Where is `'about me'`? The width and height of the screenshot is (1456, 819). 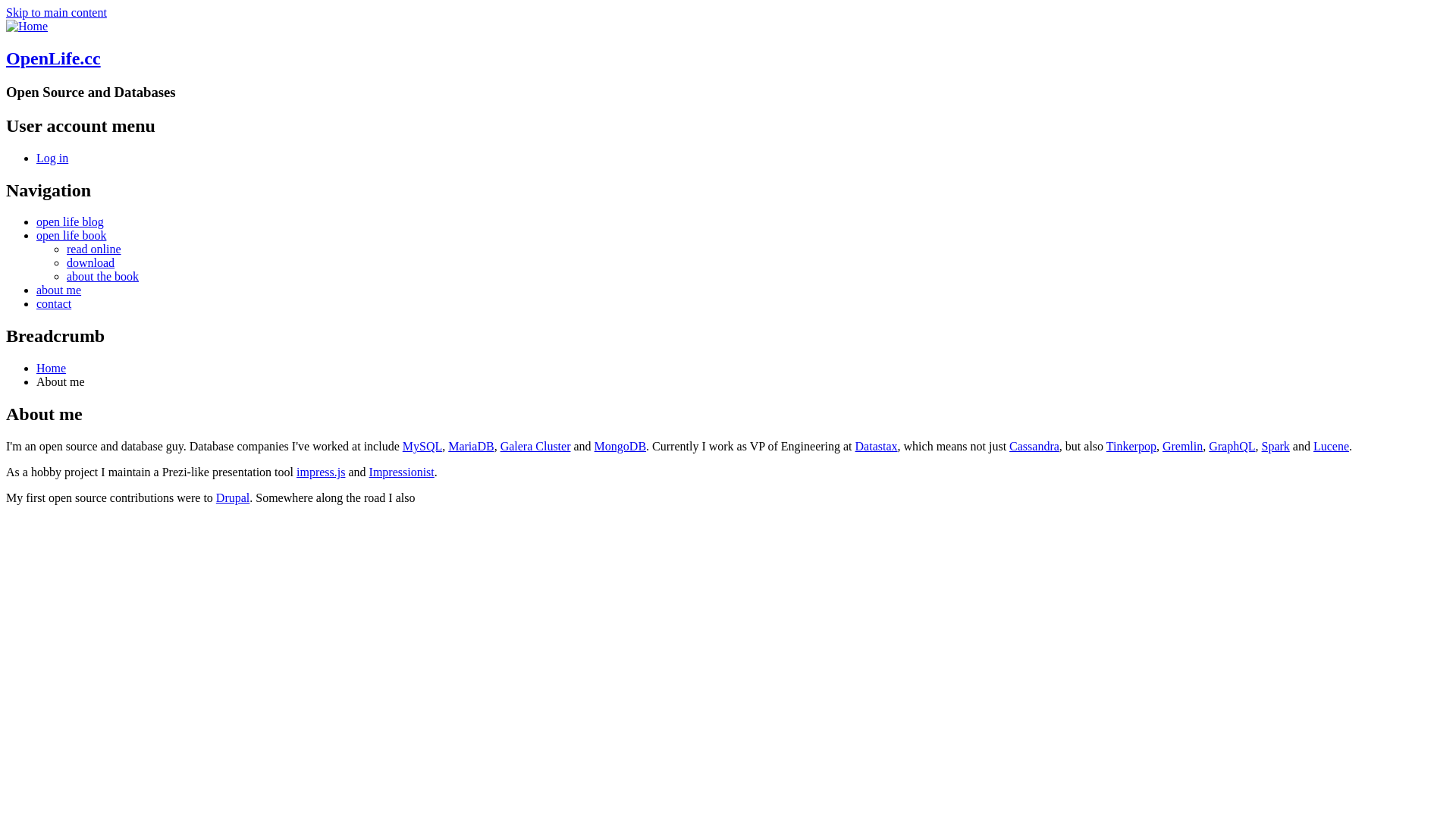 'about me' is located at coordinates (58, 290).